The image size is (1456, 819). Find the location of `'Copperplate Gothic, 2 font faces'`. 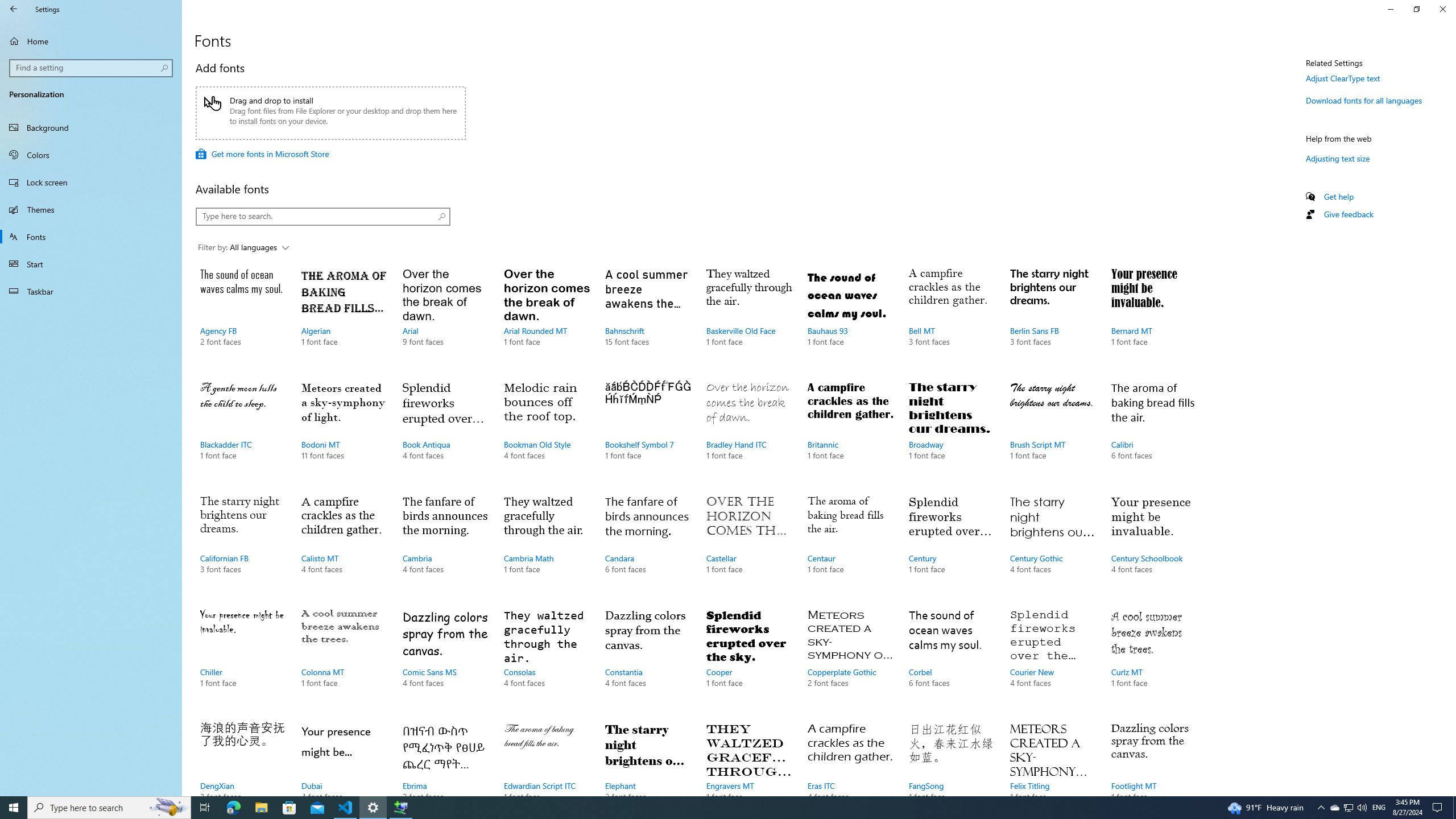

'Copperplate Gothic, 2 font faces' is located at coordinates (850, 659).